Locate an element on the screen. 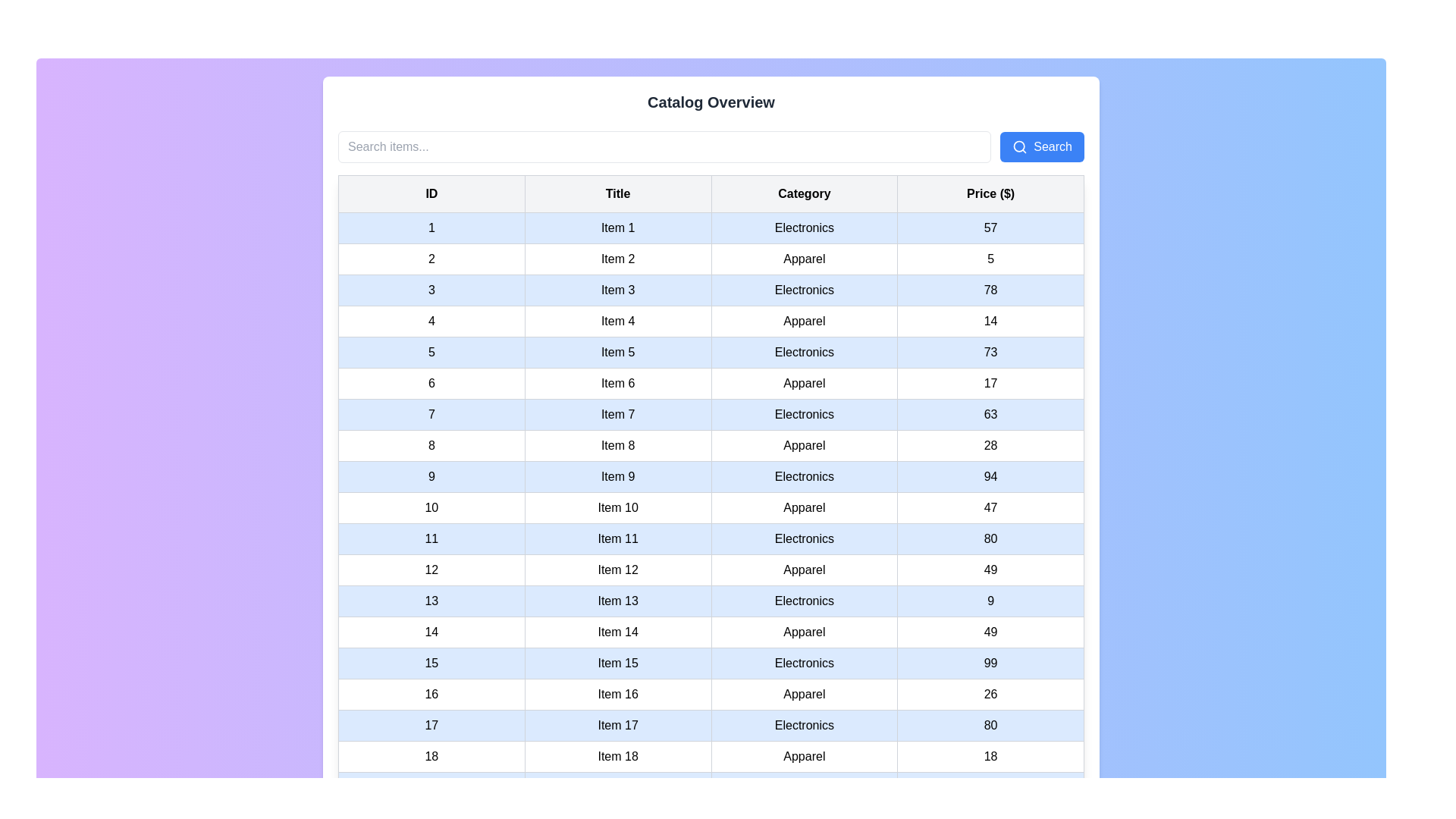  the table cell displaying 'Item 15' in the 15th row under the 'Title' column, which has a light blue background and centered black text is located at coordinates (618, 663).